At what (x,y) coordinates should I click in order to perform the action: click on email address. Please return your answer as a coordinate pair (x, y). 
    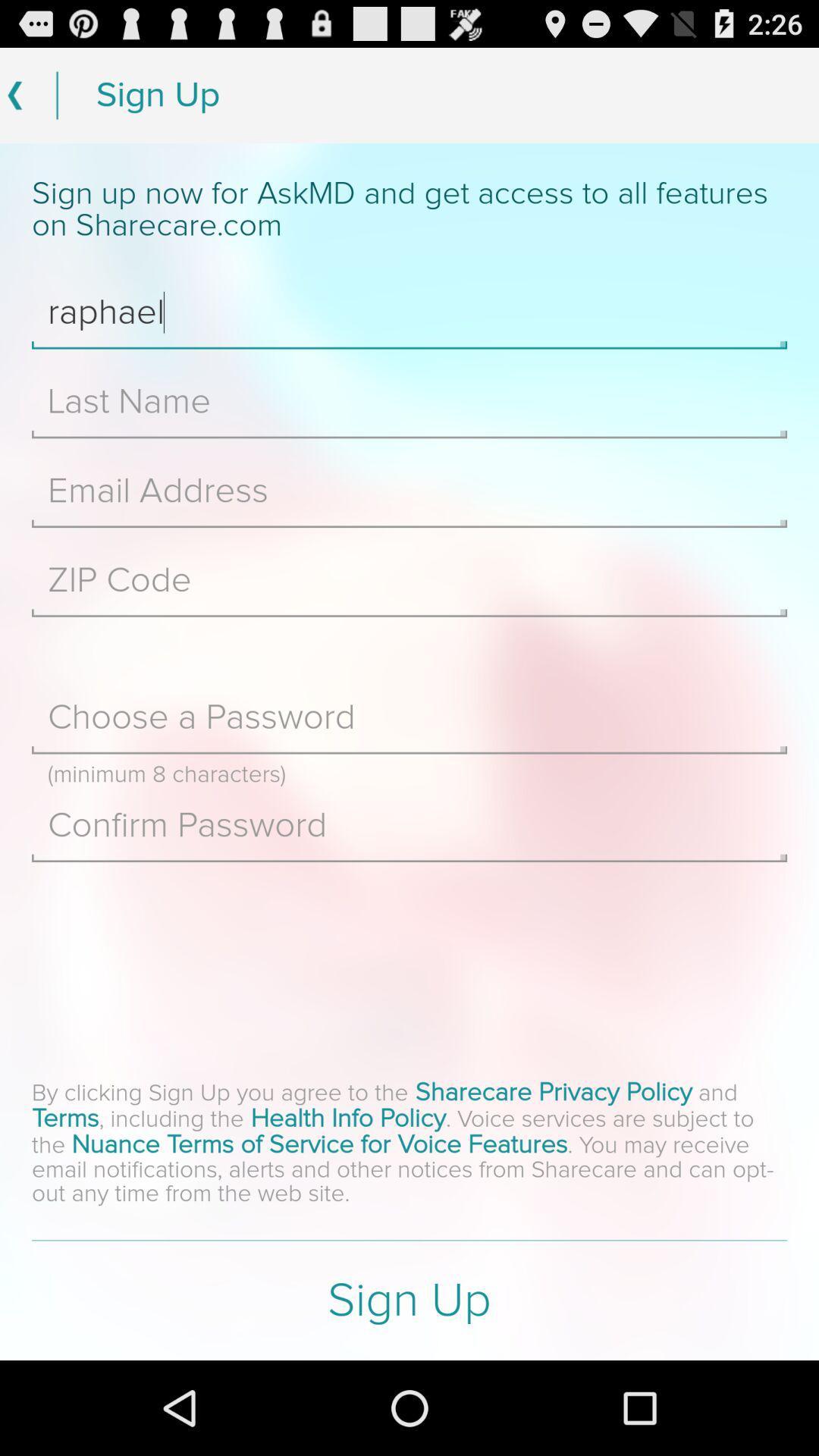
    Looking at the image, I should click on (409, 491).